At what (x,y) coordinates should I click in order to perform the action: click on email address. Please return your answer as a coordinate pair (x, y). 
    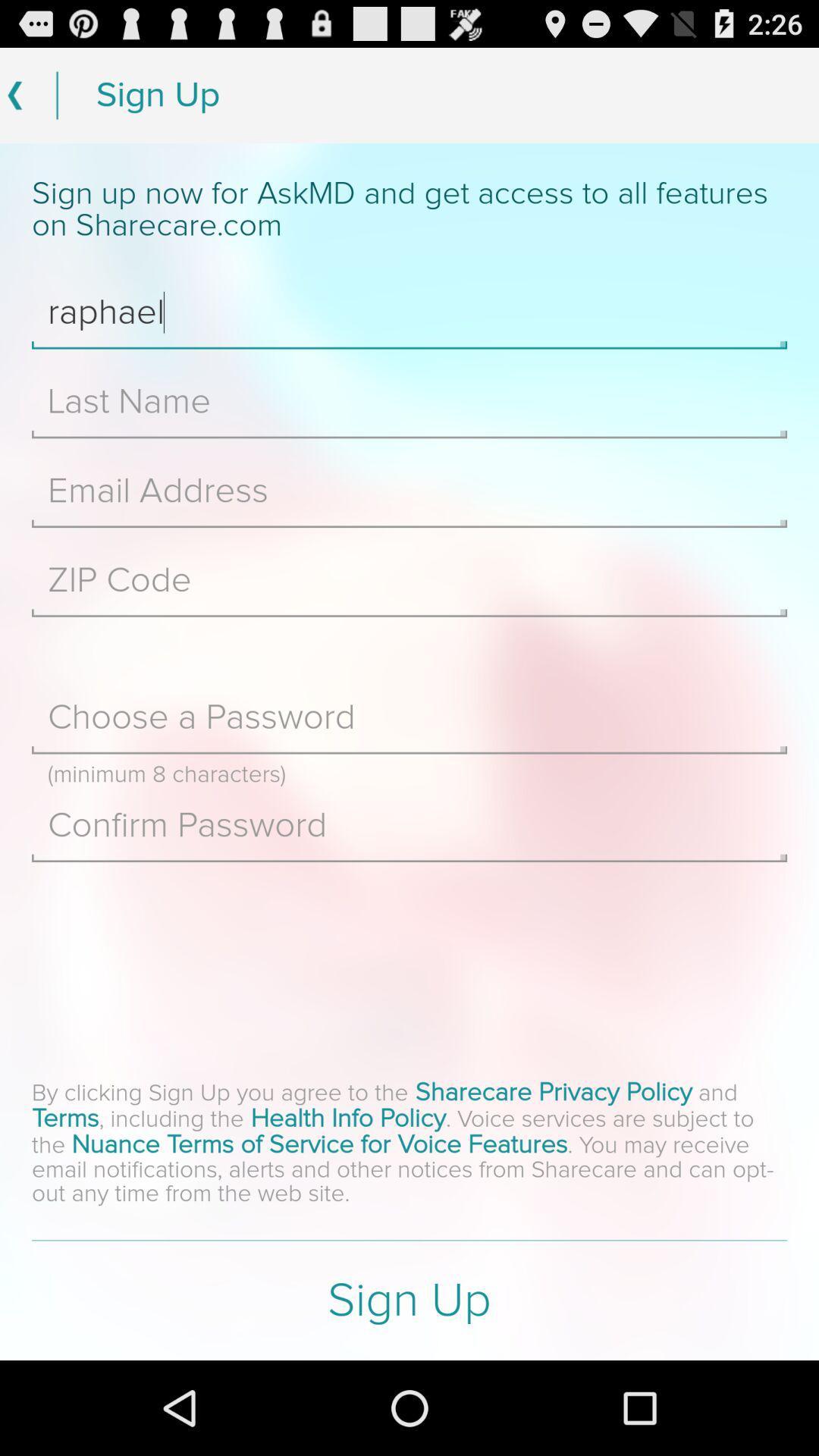
    Looking at the image, I should click on (409, 491).